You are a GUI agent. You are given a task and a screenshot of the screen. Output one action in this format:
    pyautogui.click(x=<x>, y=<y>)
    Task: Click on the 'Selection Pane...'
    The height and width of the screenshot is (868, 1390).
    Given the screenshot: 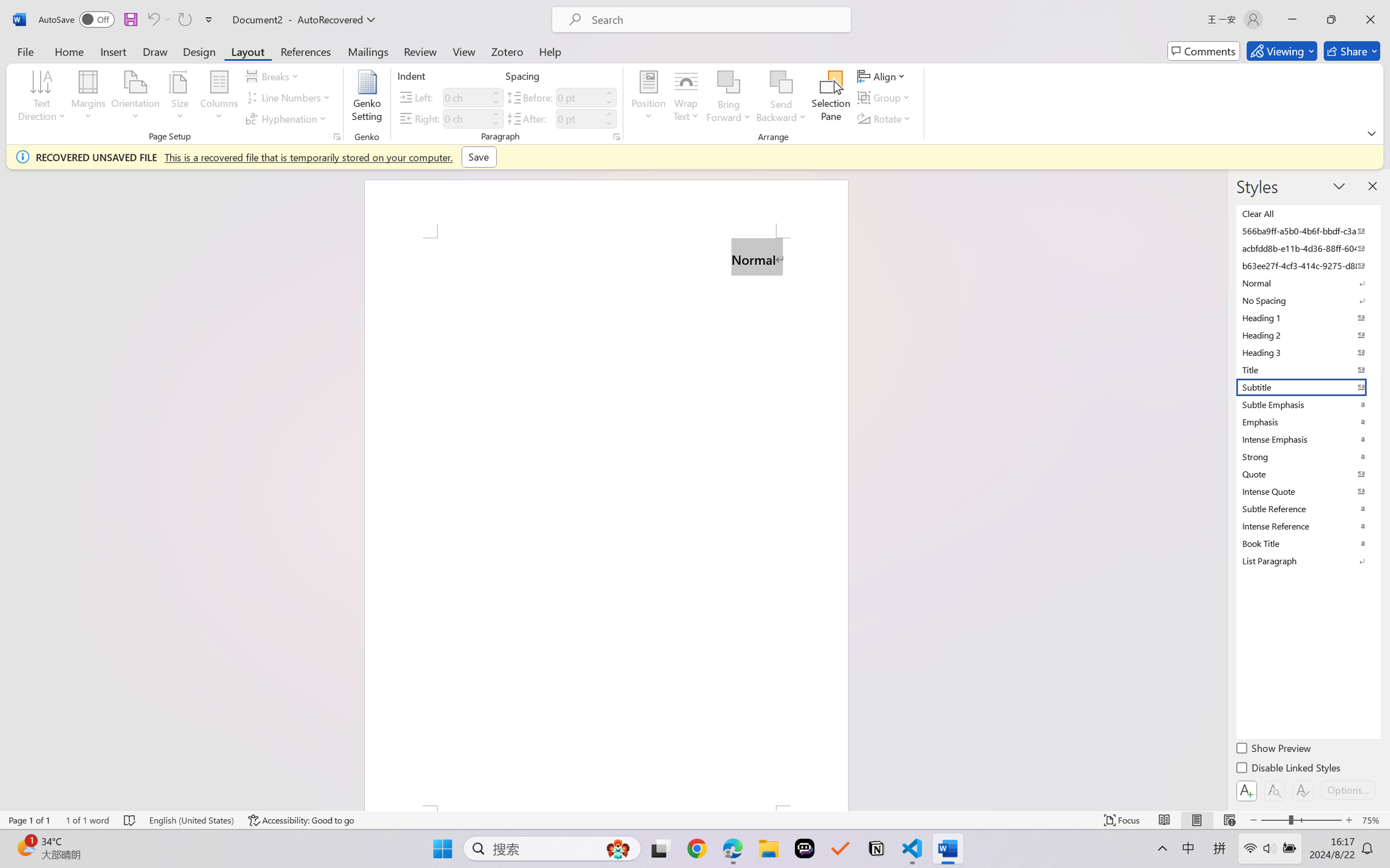 What is the action you would take?
    pyautogui.click(x=830, y=98)
    